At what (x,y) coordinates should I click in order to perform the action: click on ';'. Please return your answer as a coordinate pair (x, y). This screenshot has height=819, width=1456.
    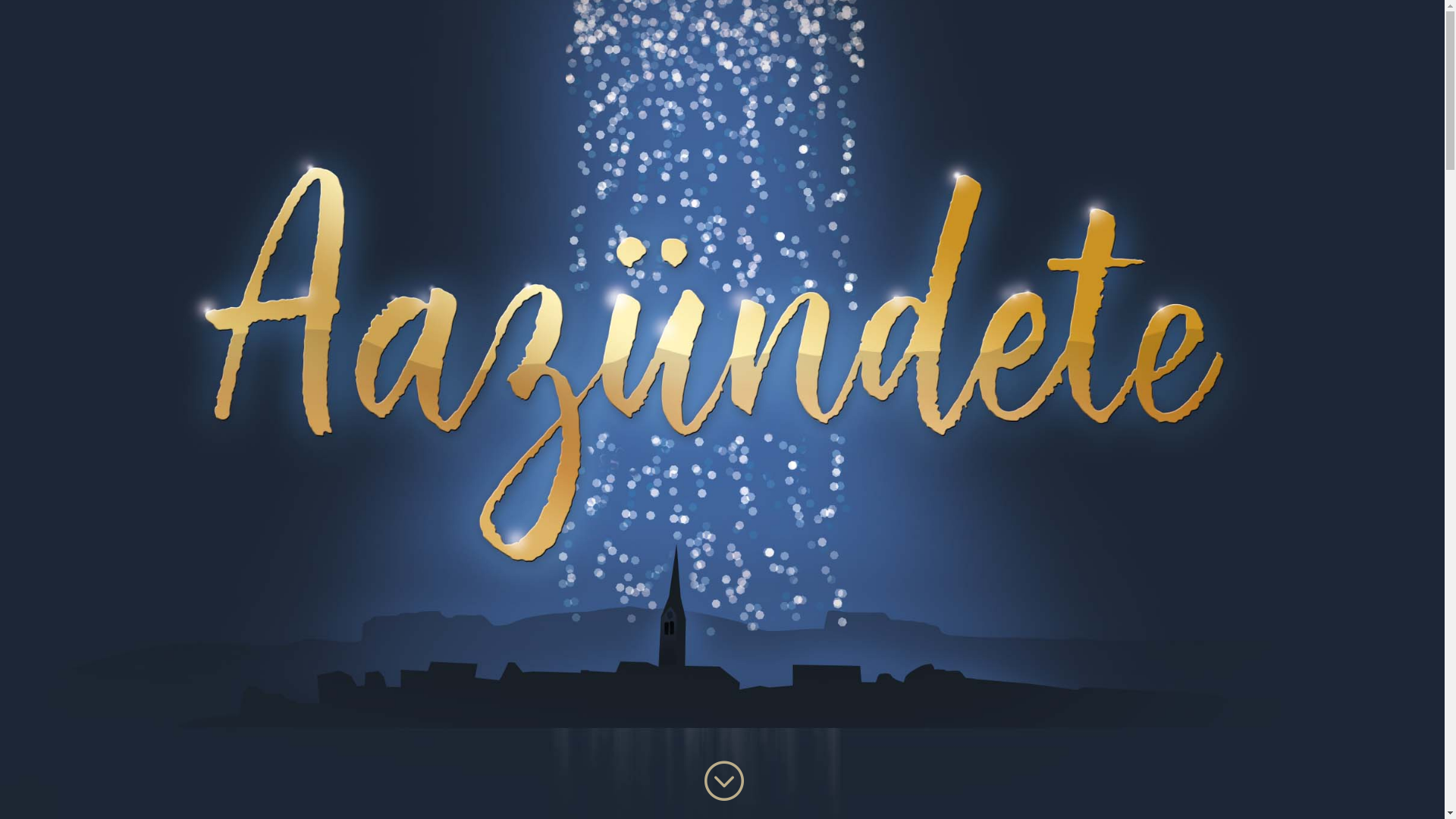
    Looking at the image, I should click on (700, 780).